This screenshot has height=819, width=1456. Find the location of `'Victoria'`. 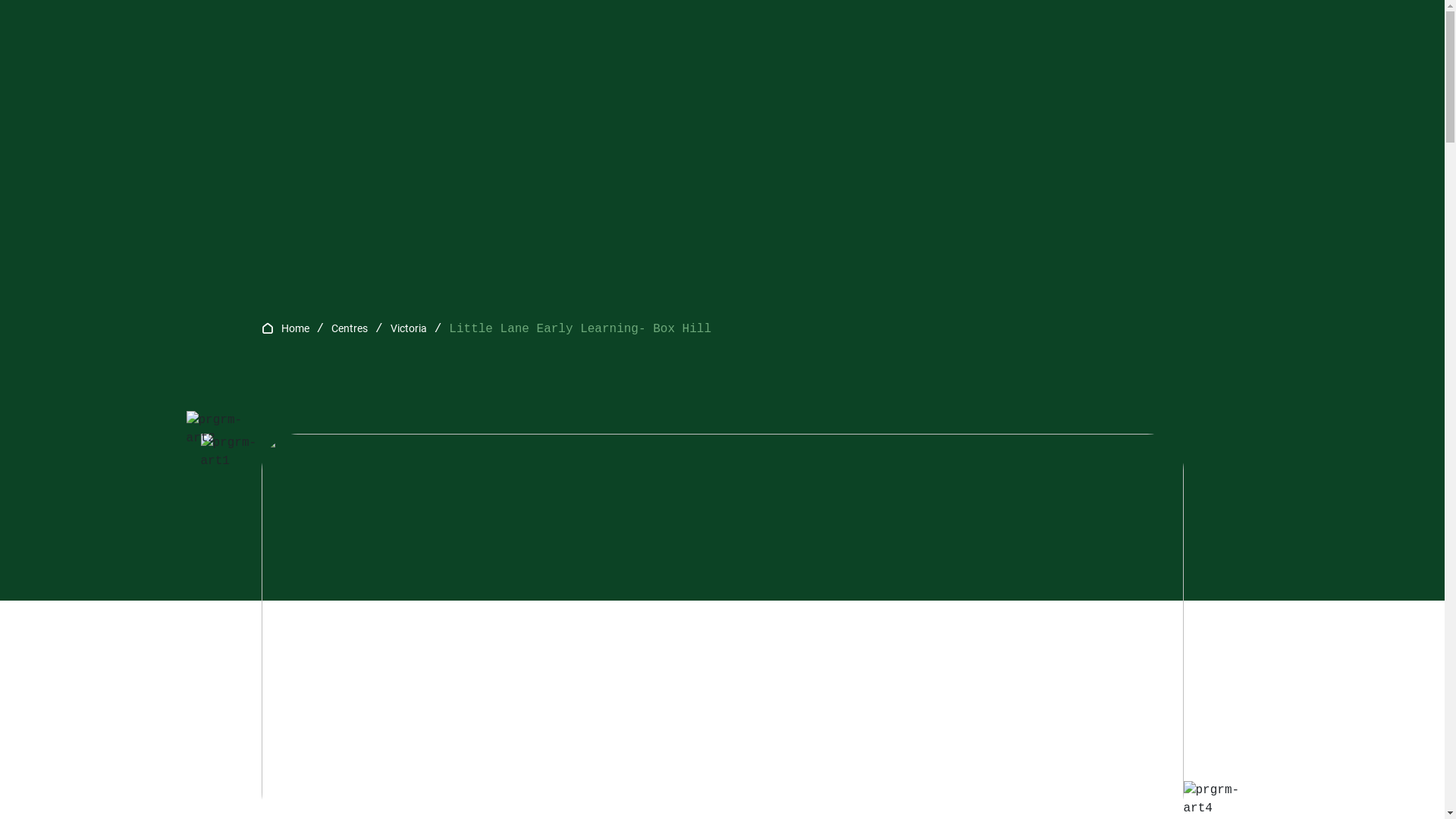

'Victoria' is located at coordinates (408, 327).